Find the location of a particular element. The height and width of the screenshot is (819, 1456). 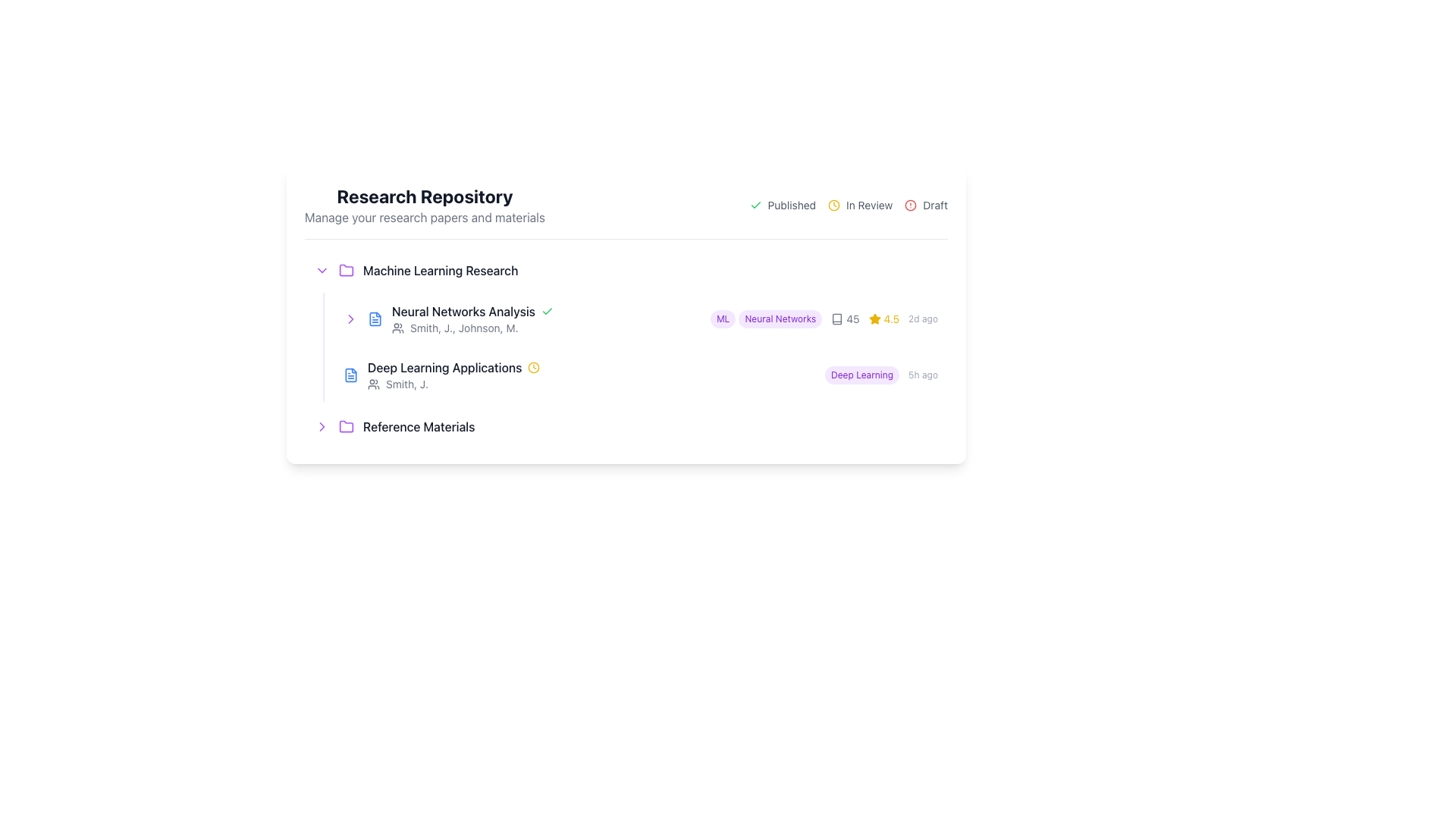

the center of the yellow star-shaped graphic icon used as a rating indicator, located just to the left of the numeric rating text '4.5' in the top-right section of the card is located at coordinates (874, 318).